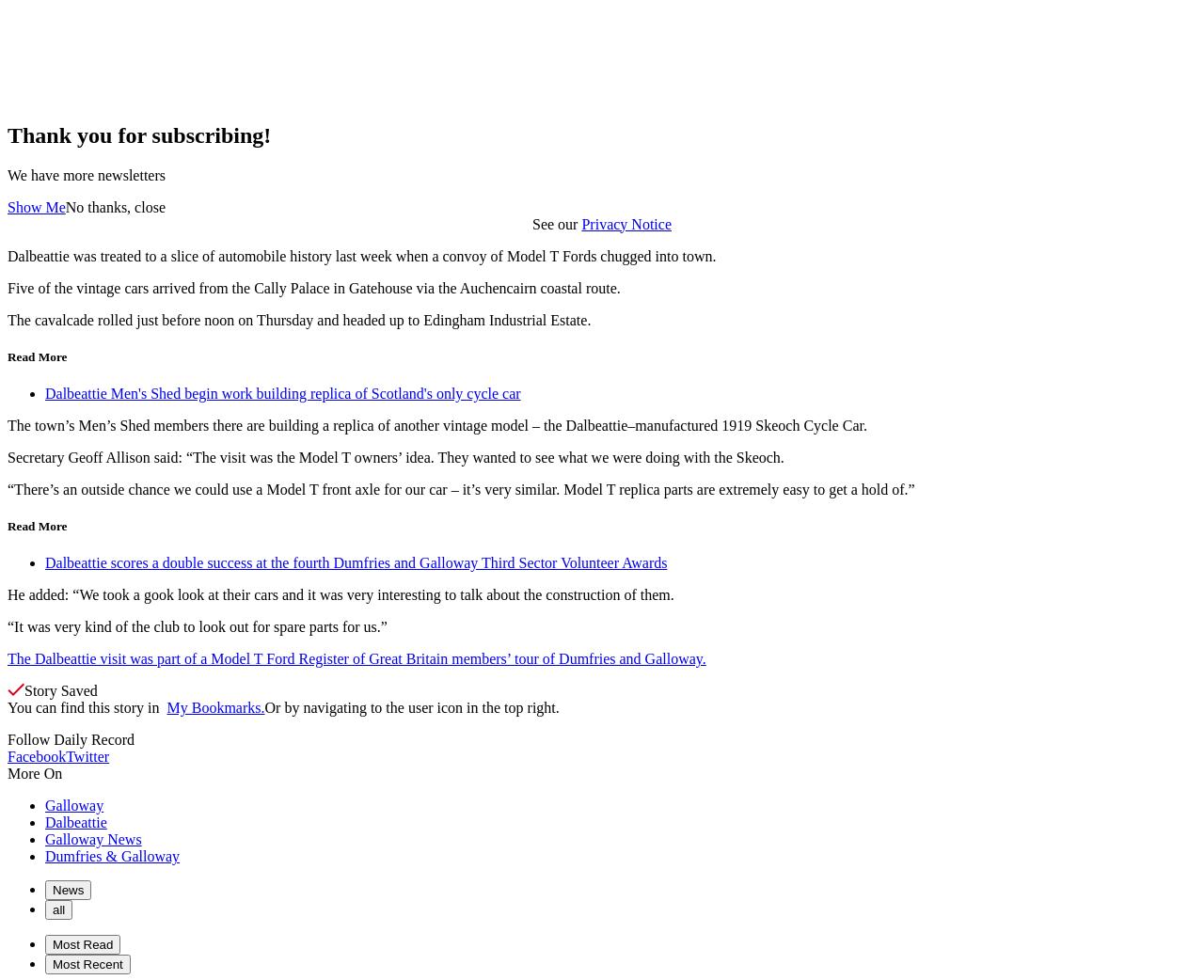 The image size is (1204, 980). I want to click on '“It was very kind of the club to look out for spare parts for us.”', so click(197, 626).